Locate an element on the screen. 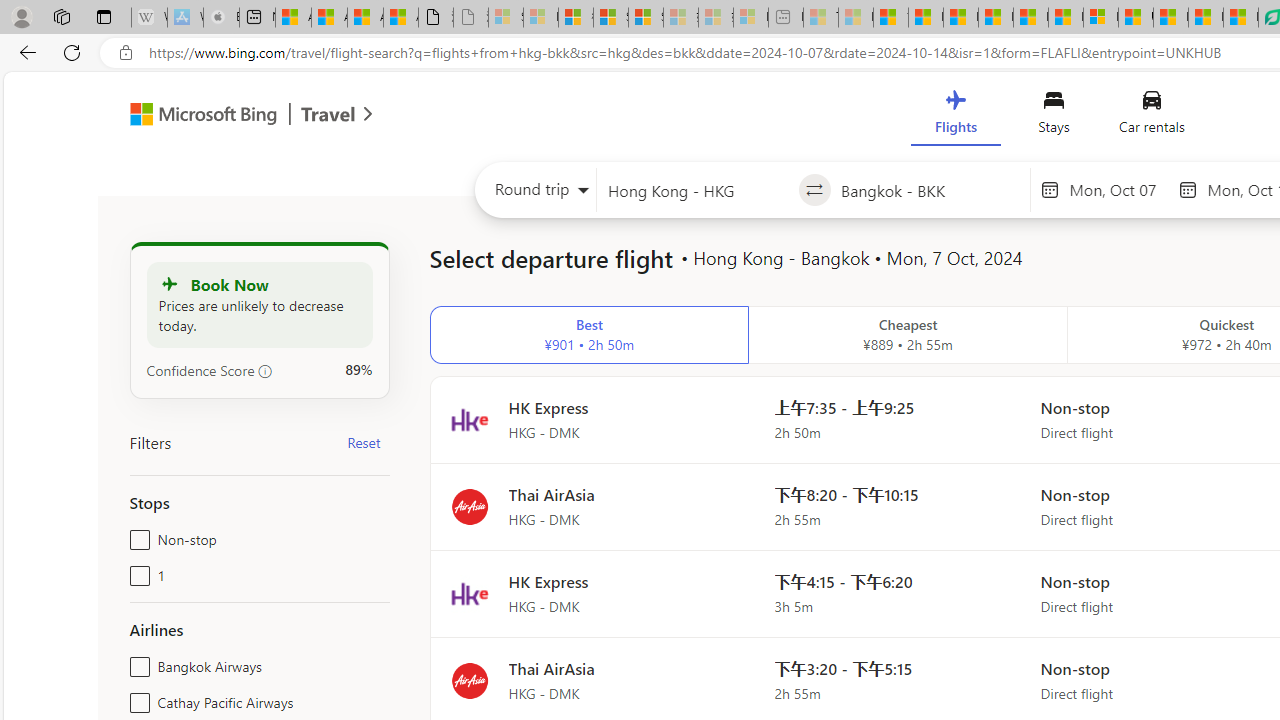  'Food and Drink - MSN' is located at coordinates (925, 17).